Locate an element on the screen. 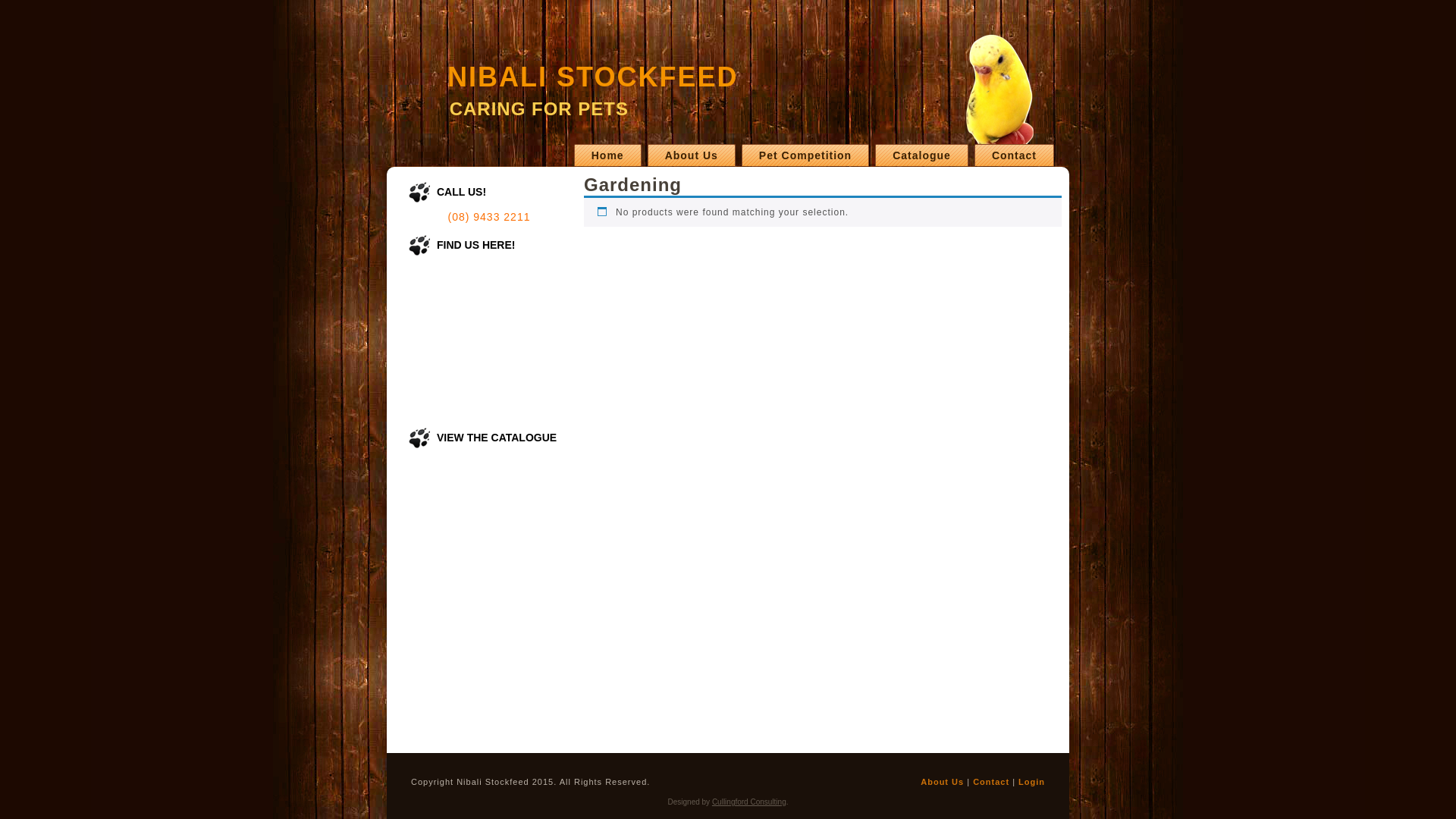  'About Us' is located at coordinates (941, 781).